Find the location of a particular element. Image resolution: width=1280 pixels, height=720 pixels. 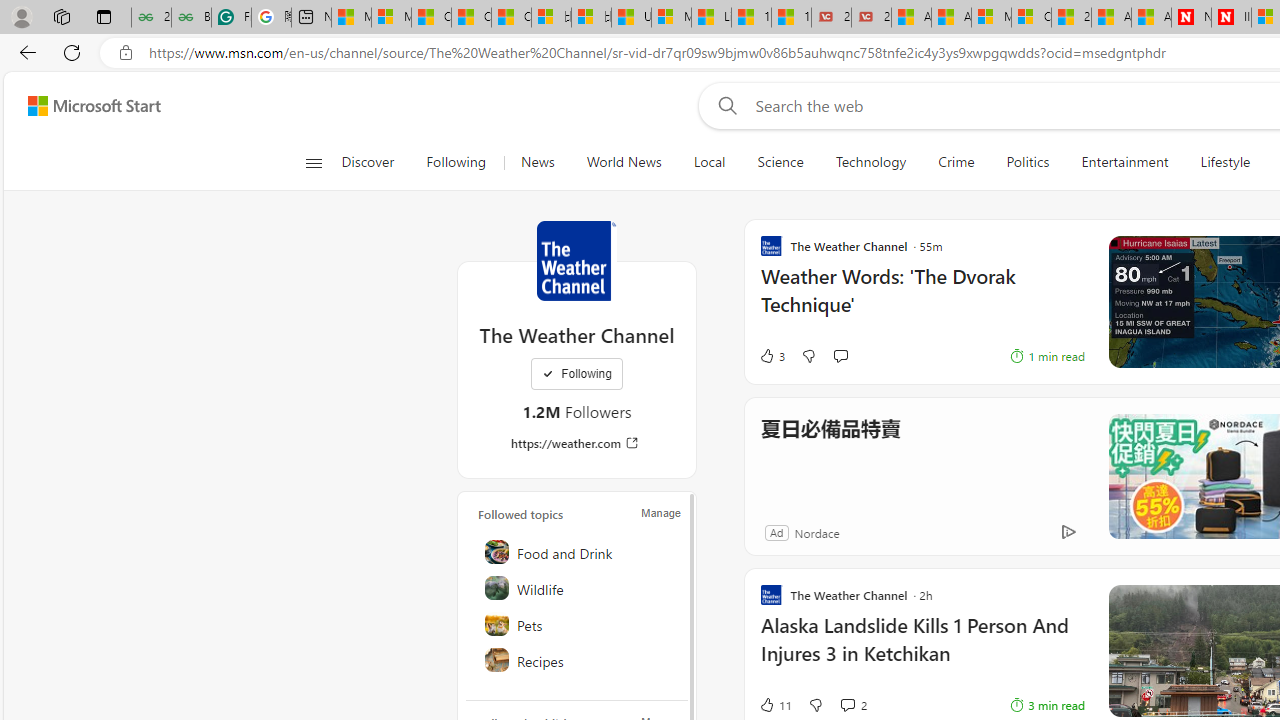

'15 Ways Modern Life Contradicts the Teachings of Jesus' is located at coordinates (790, 17).